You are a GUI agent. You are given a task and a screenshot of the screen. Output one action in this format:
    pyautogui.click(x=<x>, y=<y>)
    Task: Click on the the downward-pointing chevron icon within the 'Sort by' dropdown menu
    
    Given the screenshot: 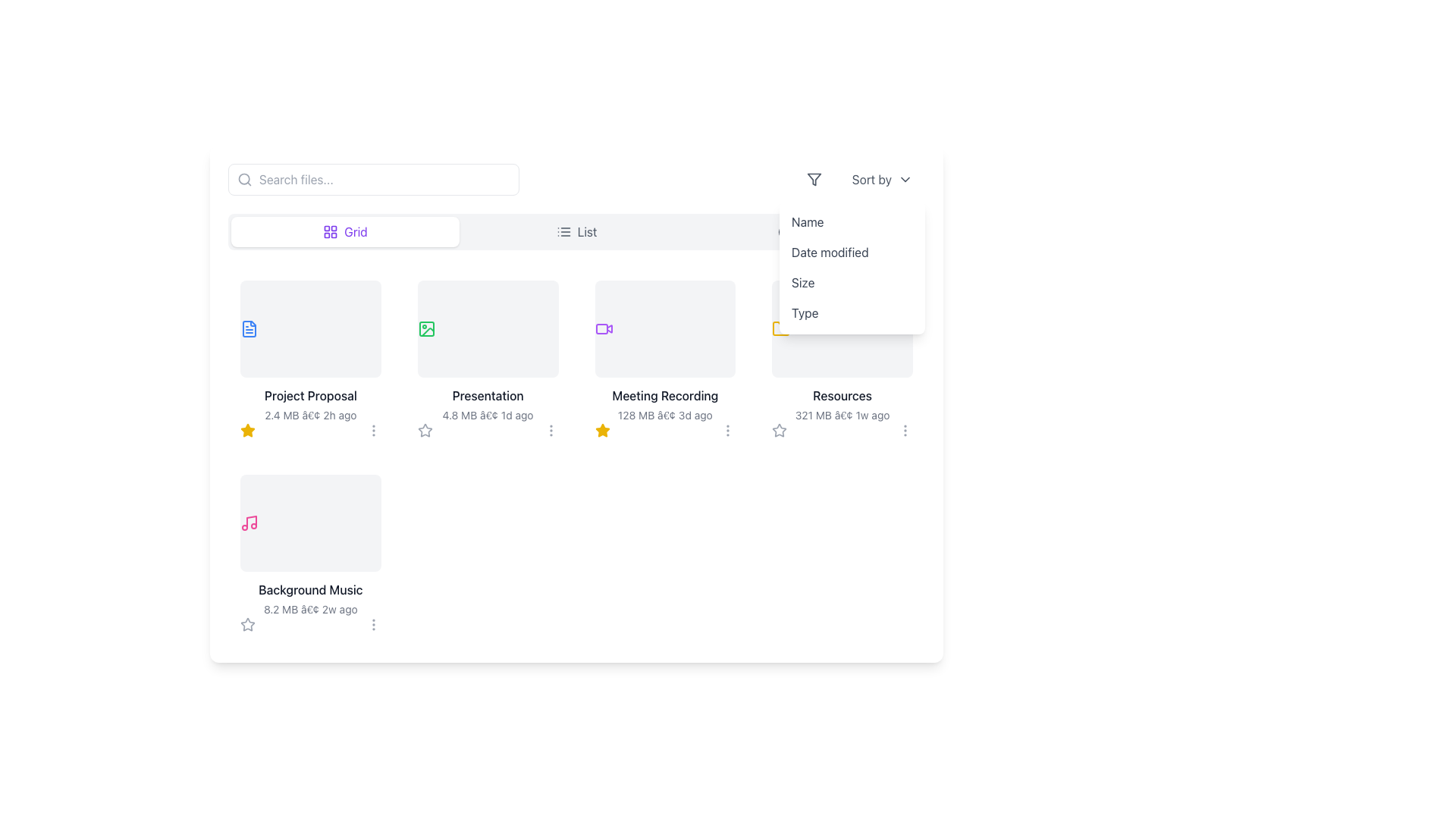 What is the action you would take?
    pyautogui.click(x=905, y=178)
    